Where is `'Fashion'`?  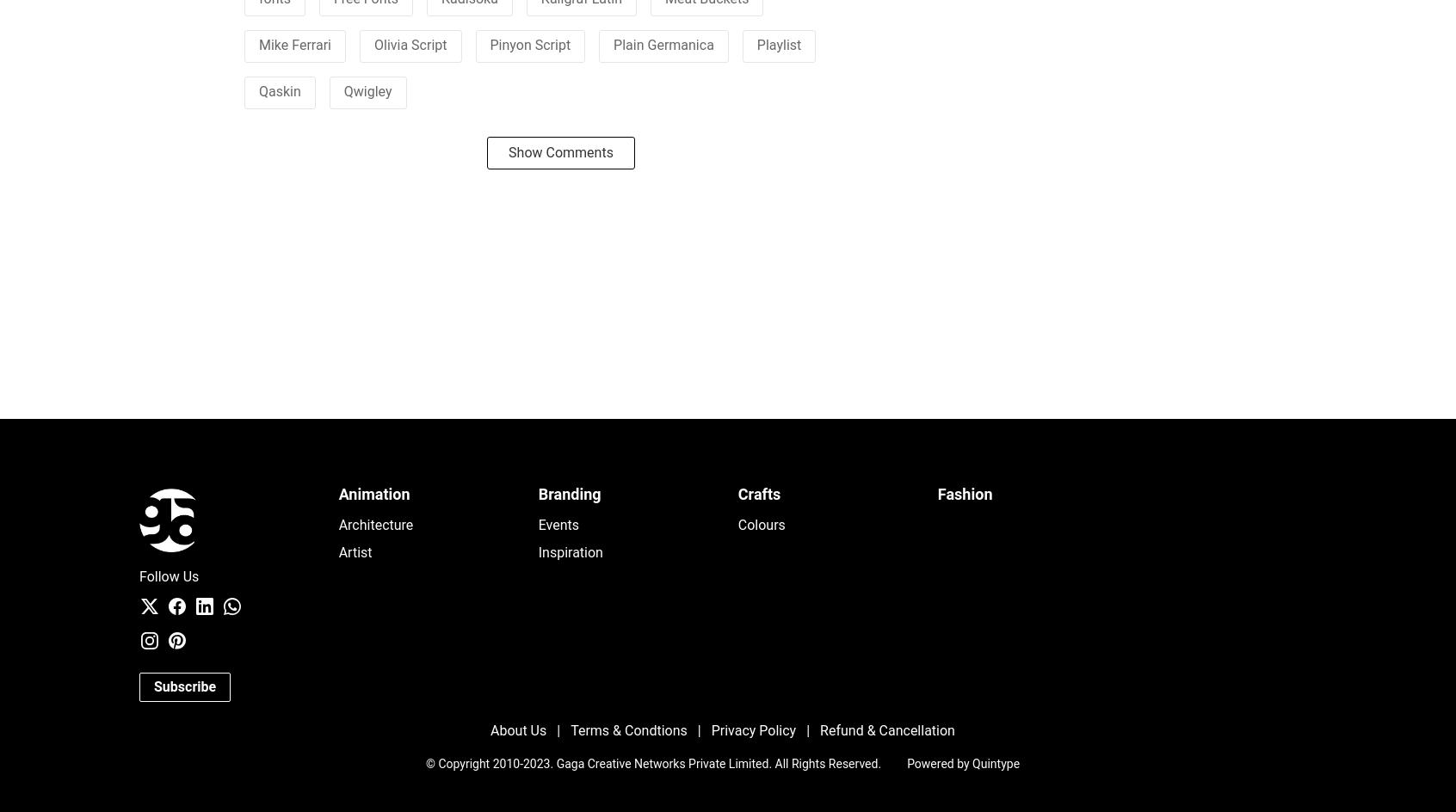 'Fashion' is located at coordinates (936, 493).